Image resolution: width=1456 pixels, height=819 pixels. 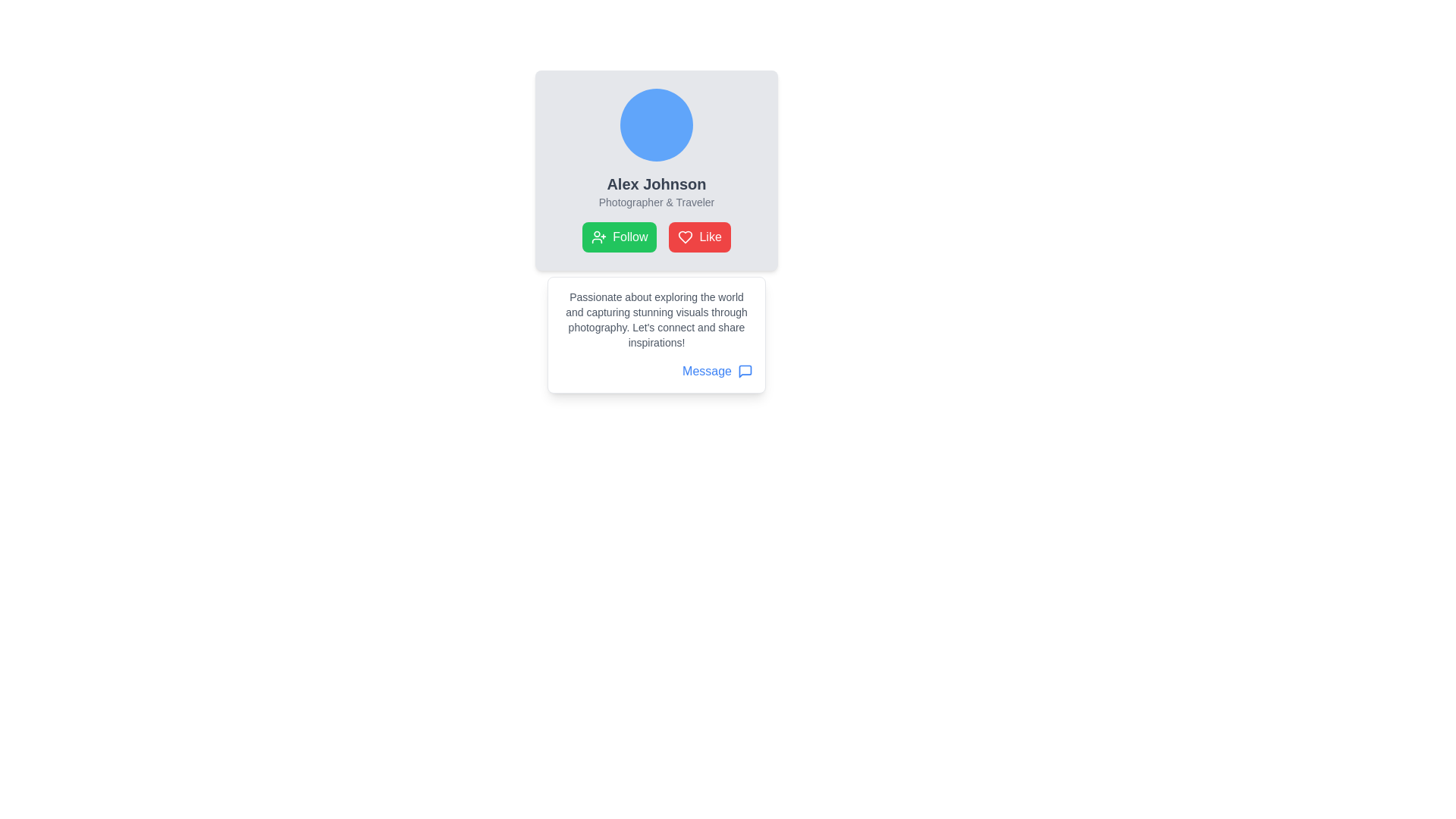 I want to click on the static text block containing the description about photography, which is styled with a gray-colored font and located above the 'Message' button, so click(x=656, y=318).